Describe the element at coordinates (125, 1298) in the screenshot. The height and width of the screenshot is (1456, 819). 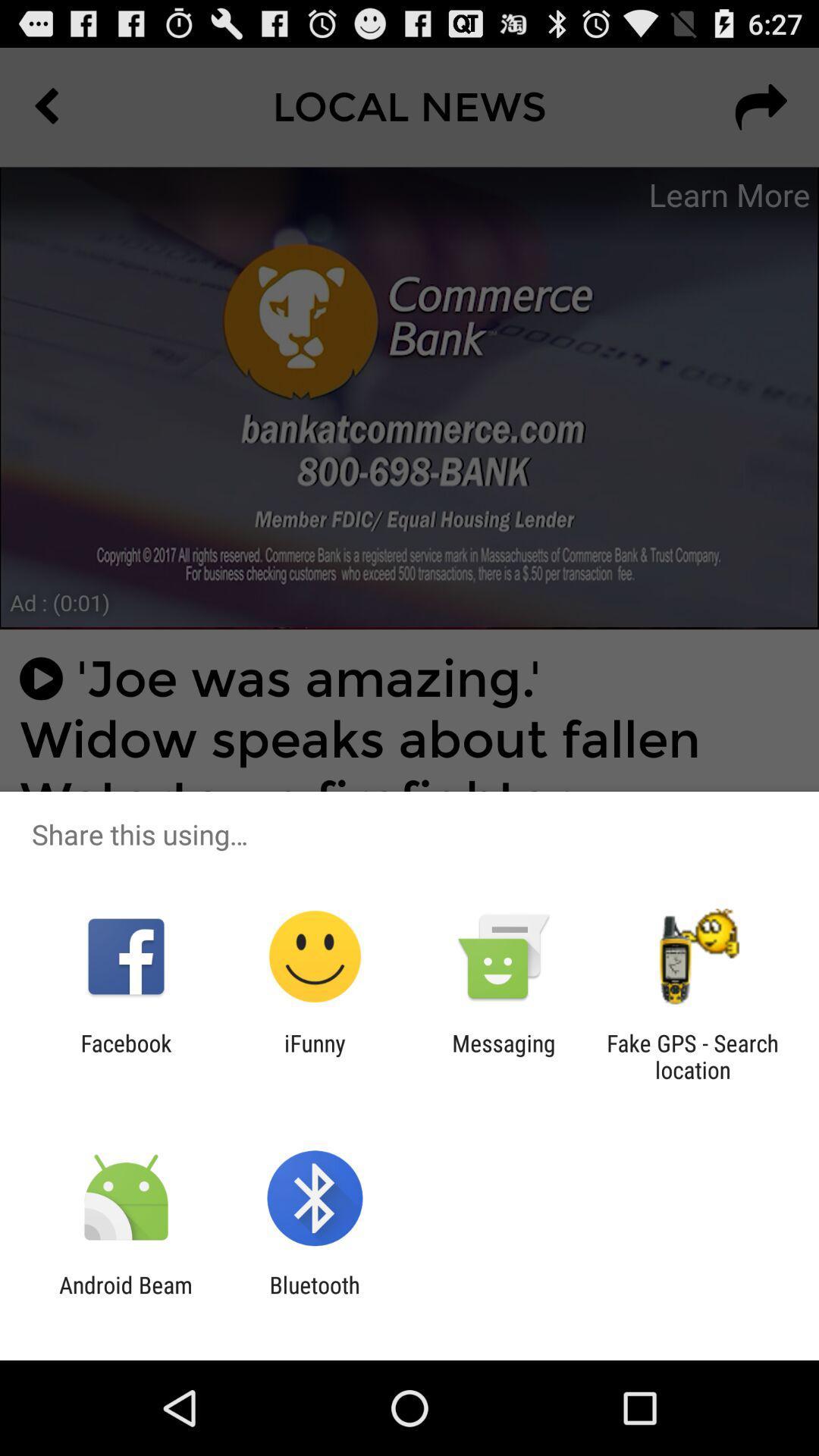
I see `android beam app` at that location.